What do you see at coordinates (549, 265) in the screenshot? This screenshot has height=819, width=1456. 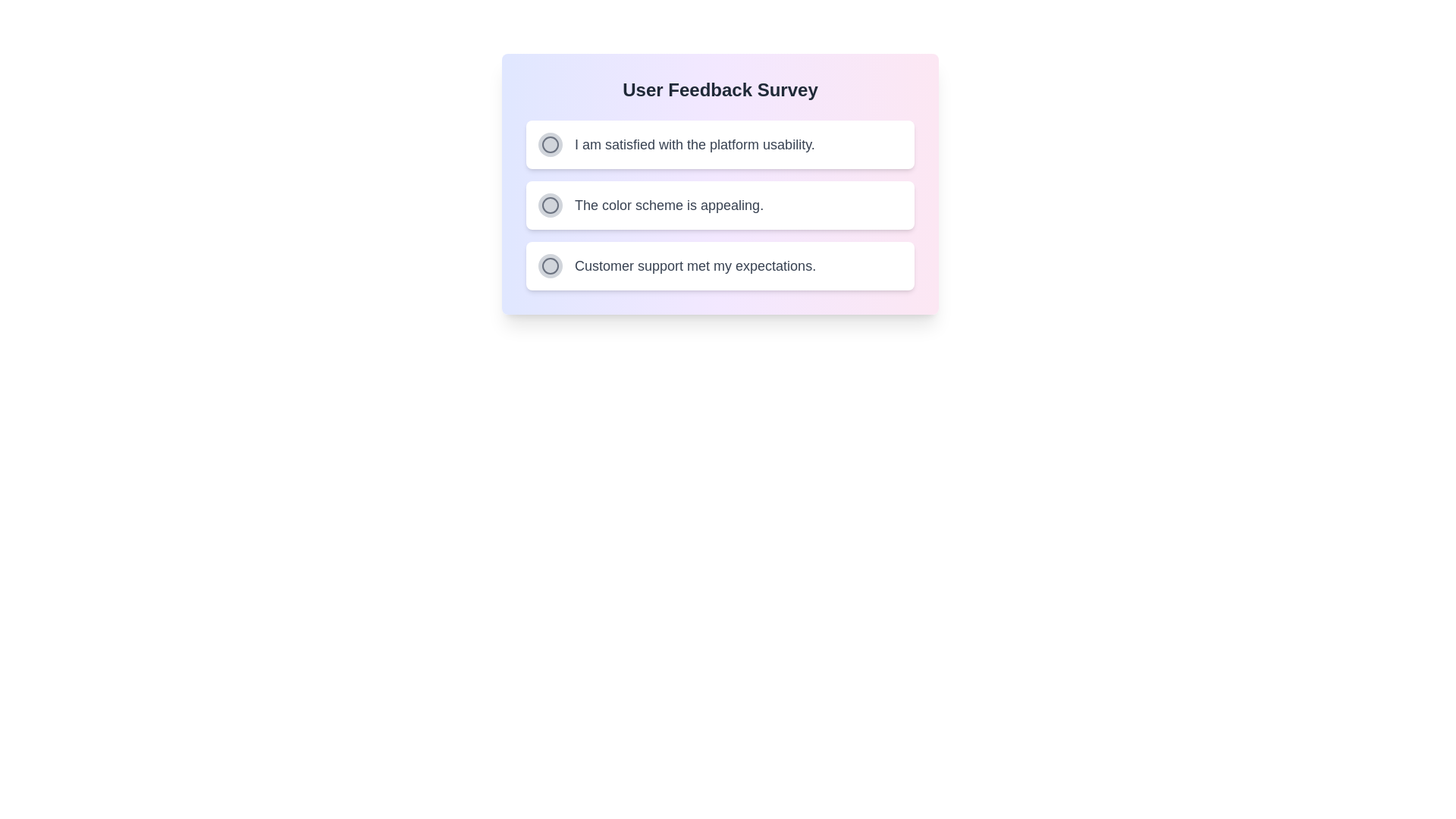 I see `the survey option 3` at bounding box center [549, 265].